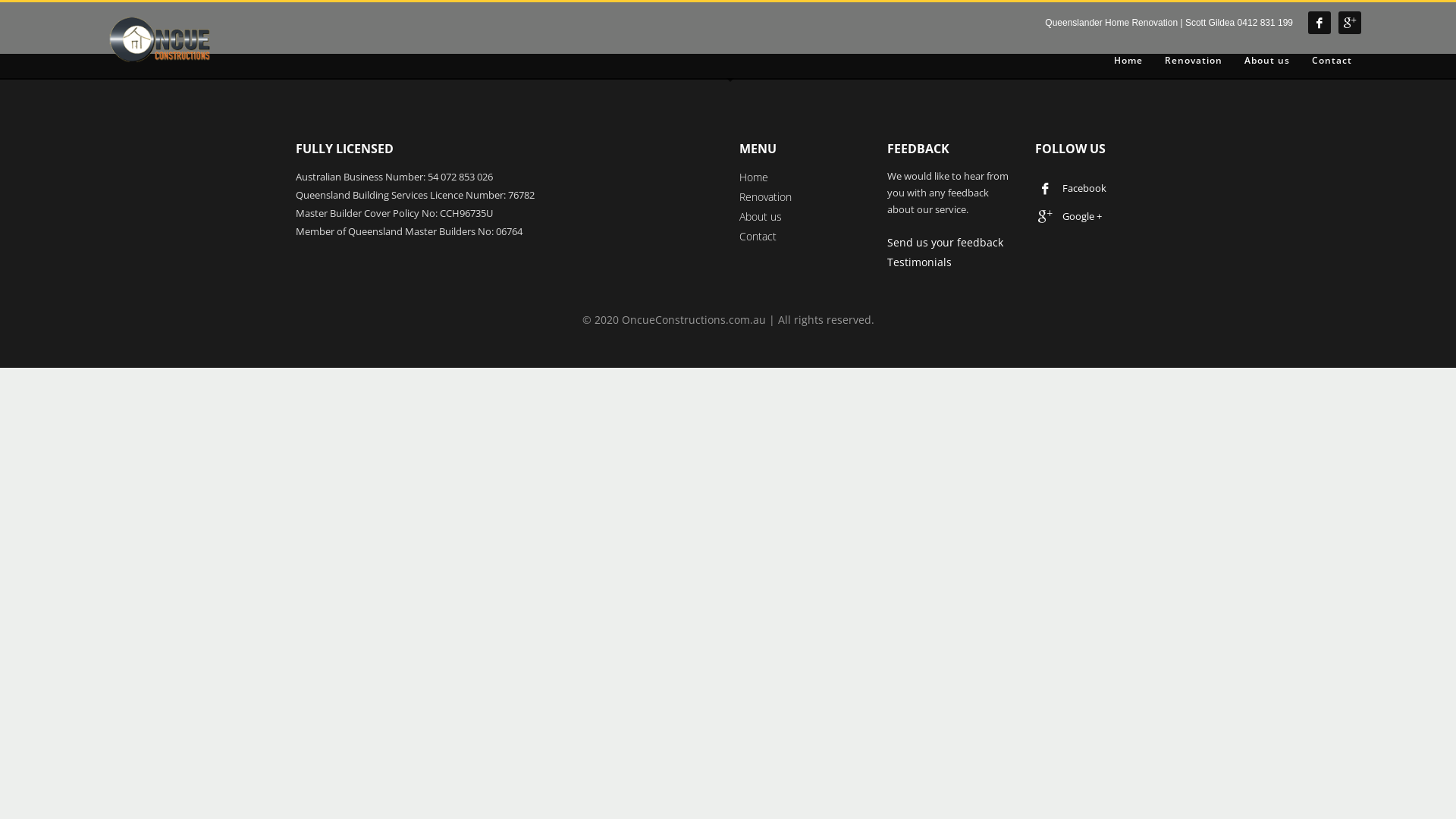  I want to click on 'Home', so click(753, 176).